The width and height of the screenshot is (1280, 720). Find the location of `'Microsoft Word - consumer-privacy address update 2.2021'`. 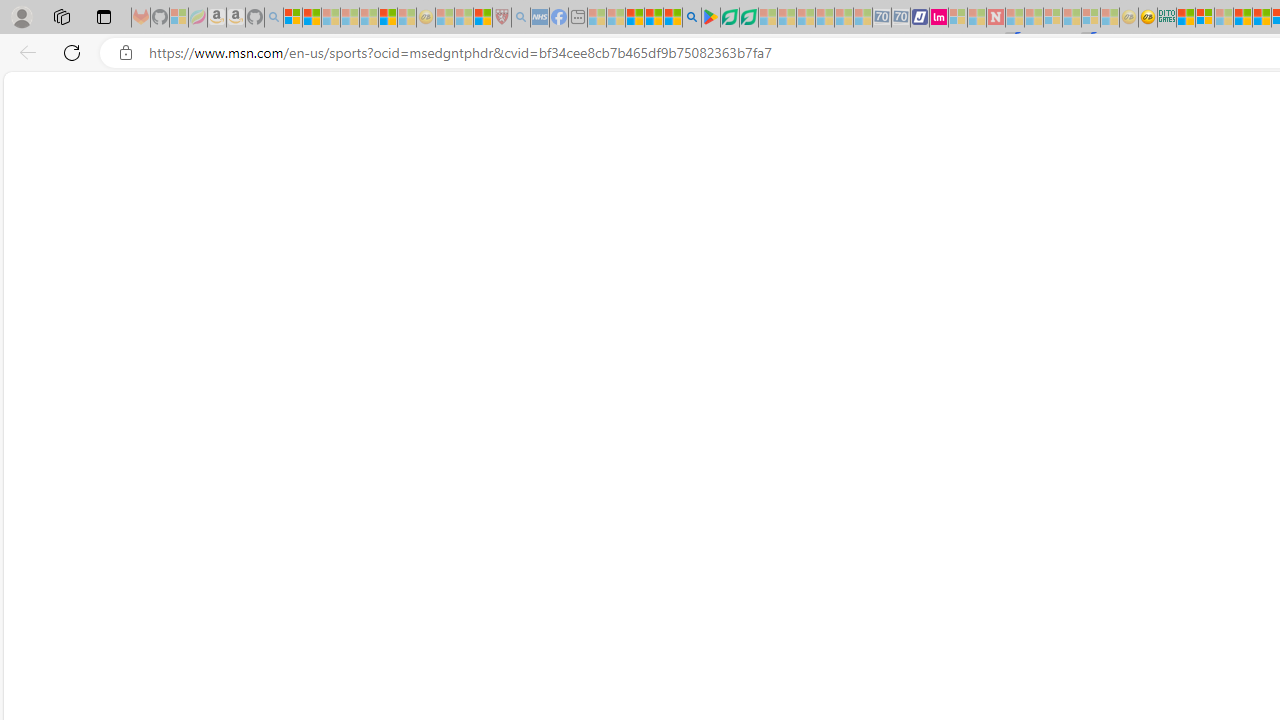

'Microsoft Word - consumer-privacy address update 2.2021' is located at coordinates (747, 17).